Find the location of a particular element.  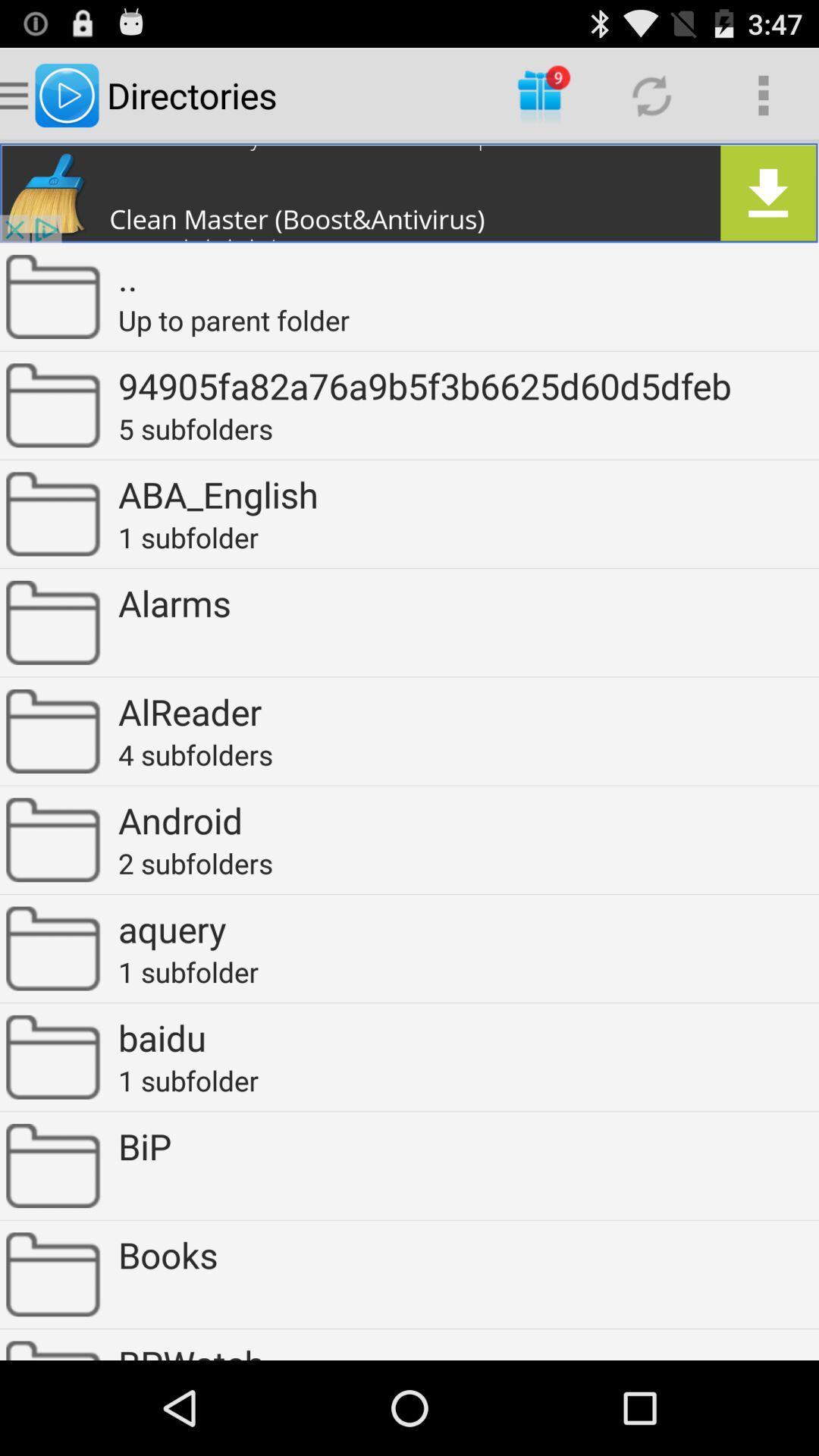

download image is located at coordinates (409, 192).